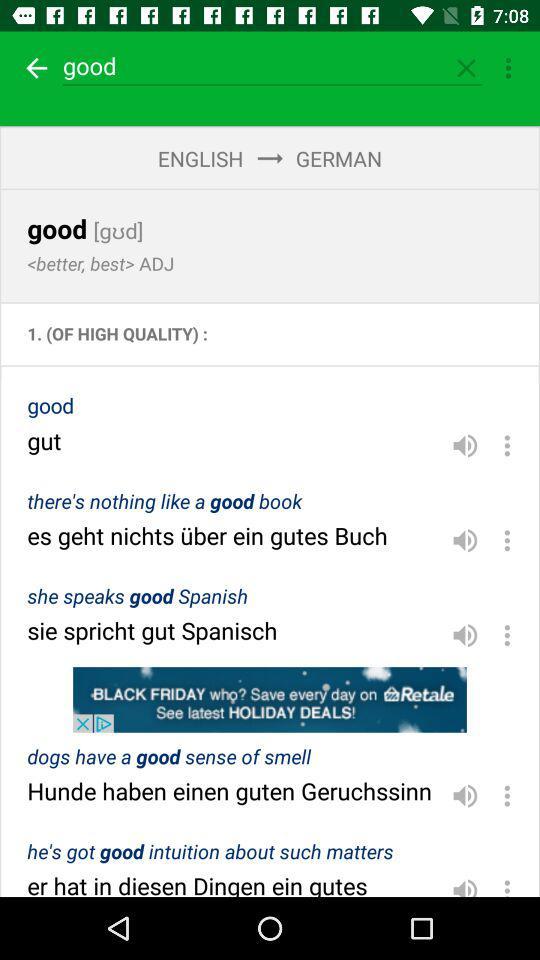 This screenshot has width=540, height=960. What do you see at coordinates (507, 445) in the screenshot?
I see `options` at bounding box center [507, 445].